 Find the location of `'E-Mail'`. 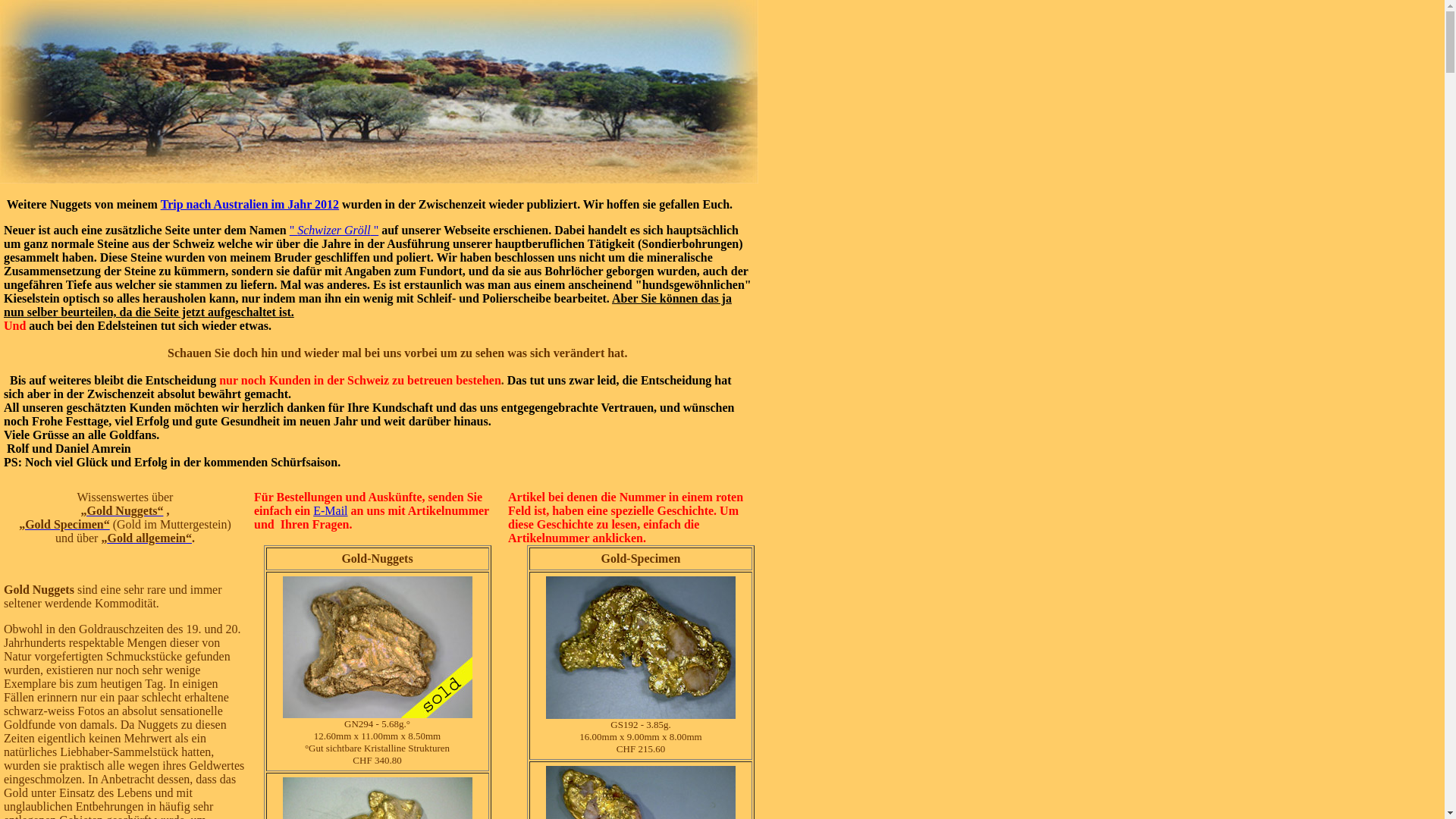

'E-Mail' is located at coordinates (312, 510).